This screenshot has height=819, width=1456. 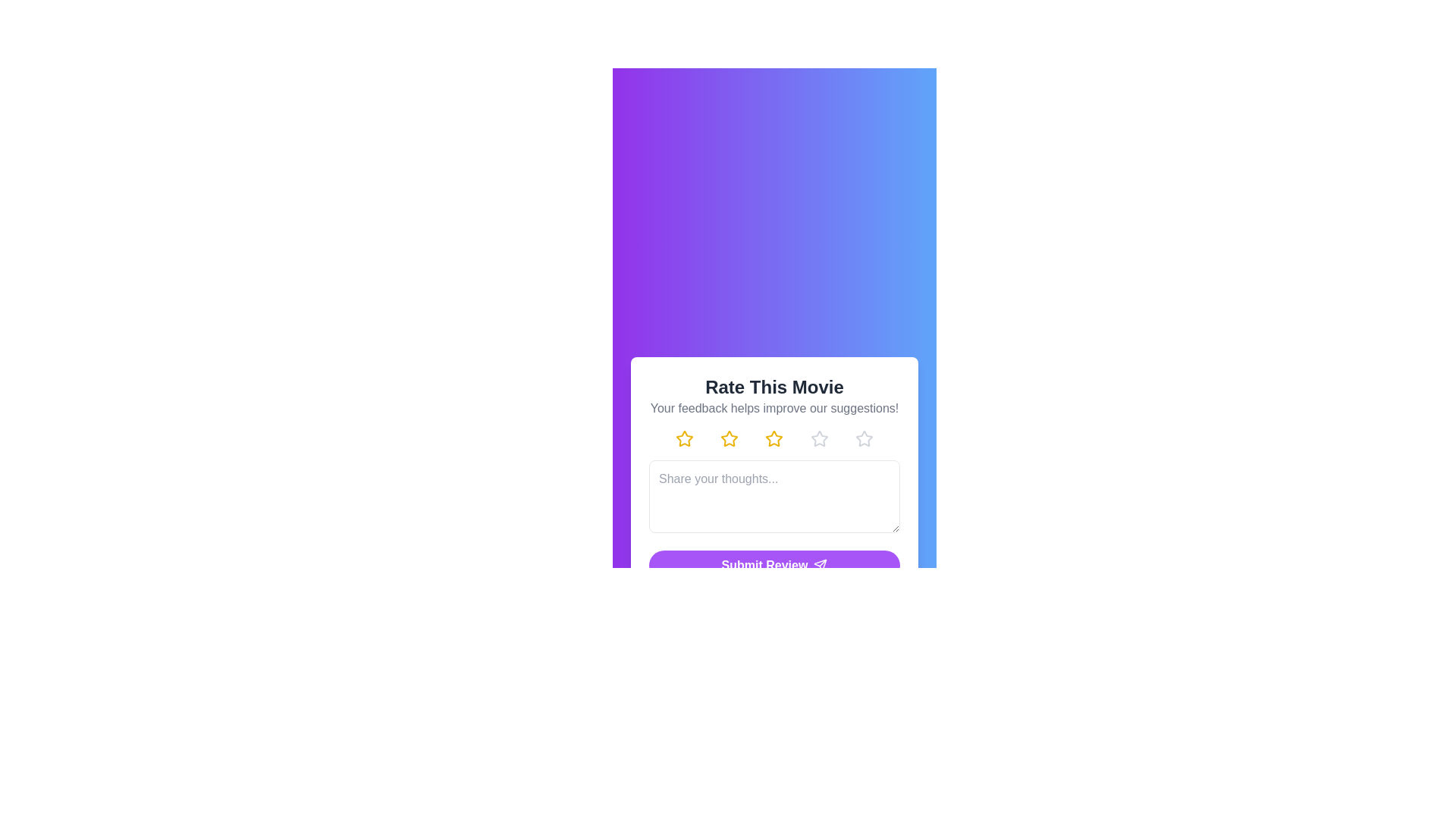 I want to click on the static text display element that shows 'Your feedback helps improve our suggestions!' located below the 'Rate This Movie' title, so click(x=774, y=407).